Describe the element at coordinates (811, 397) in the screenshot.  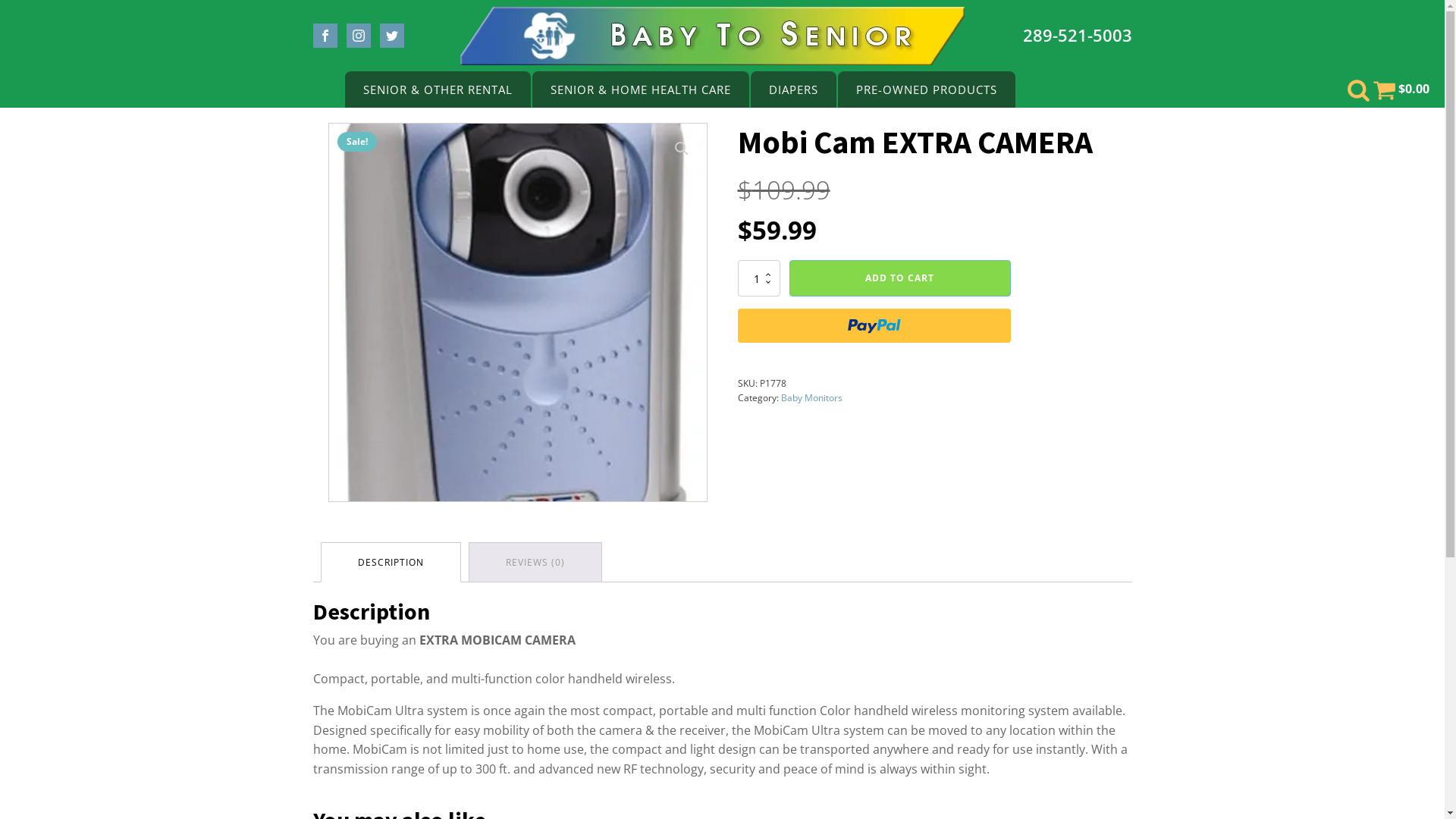
I see `'Baby Monitors'` at that location.